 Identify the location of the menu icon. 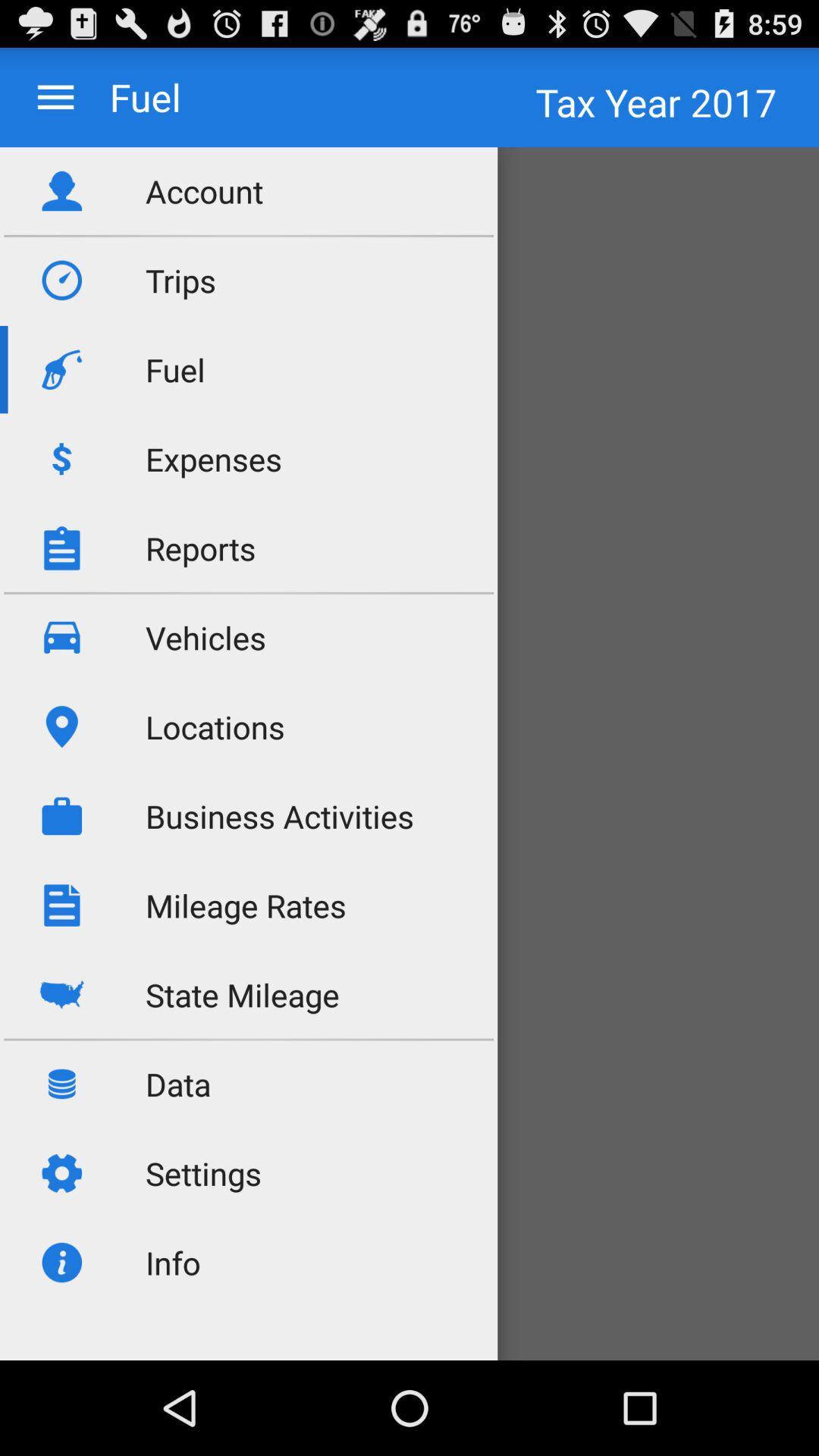
(55, 103).